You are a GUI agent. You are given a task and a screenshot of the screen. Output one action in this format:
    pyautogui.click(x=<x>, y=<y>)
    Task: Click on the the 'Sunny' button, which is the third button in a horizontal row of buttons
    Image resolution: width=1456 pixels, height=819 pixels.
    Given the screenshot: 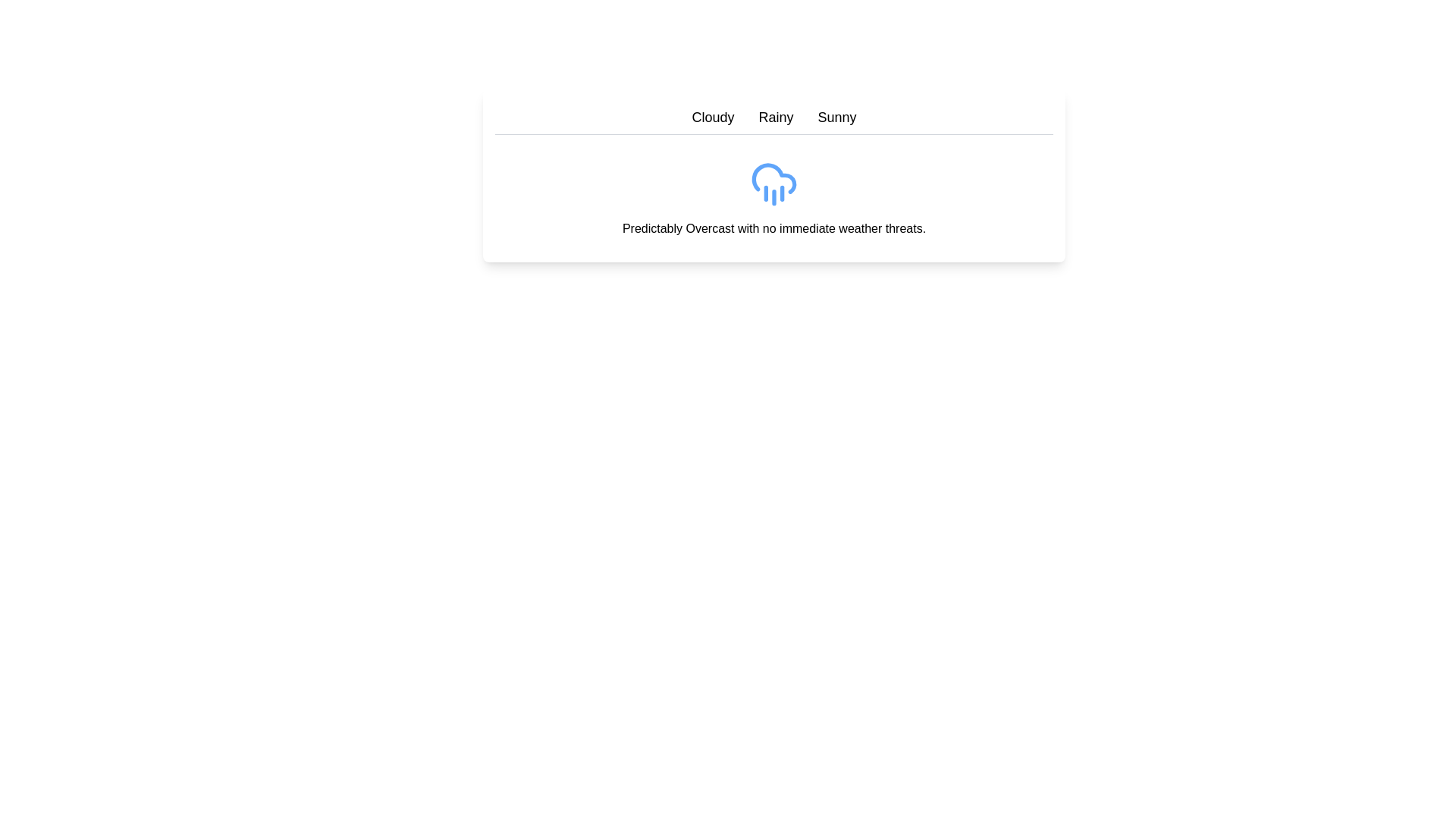 What is the action you would take?
    pyautogui.click(x=836, y=116)
    